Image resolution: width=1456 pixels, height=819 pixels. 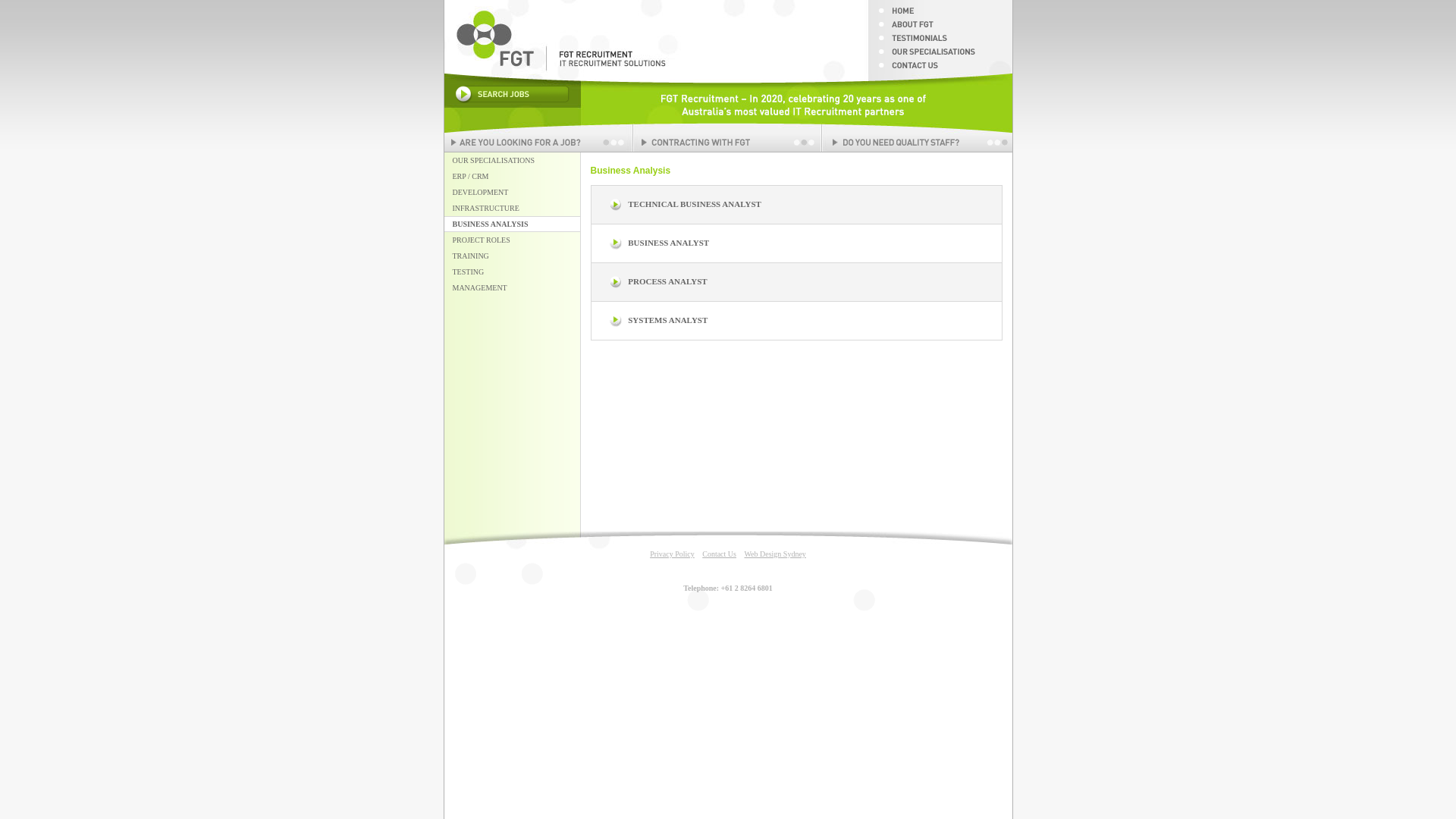 What do you see at coordinates (513, 271) in the screenshot?
I see `'TESTING'` at bounding box center [513, 271].